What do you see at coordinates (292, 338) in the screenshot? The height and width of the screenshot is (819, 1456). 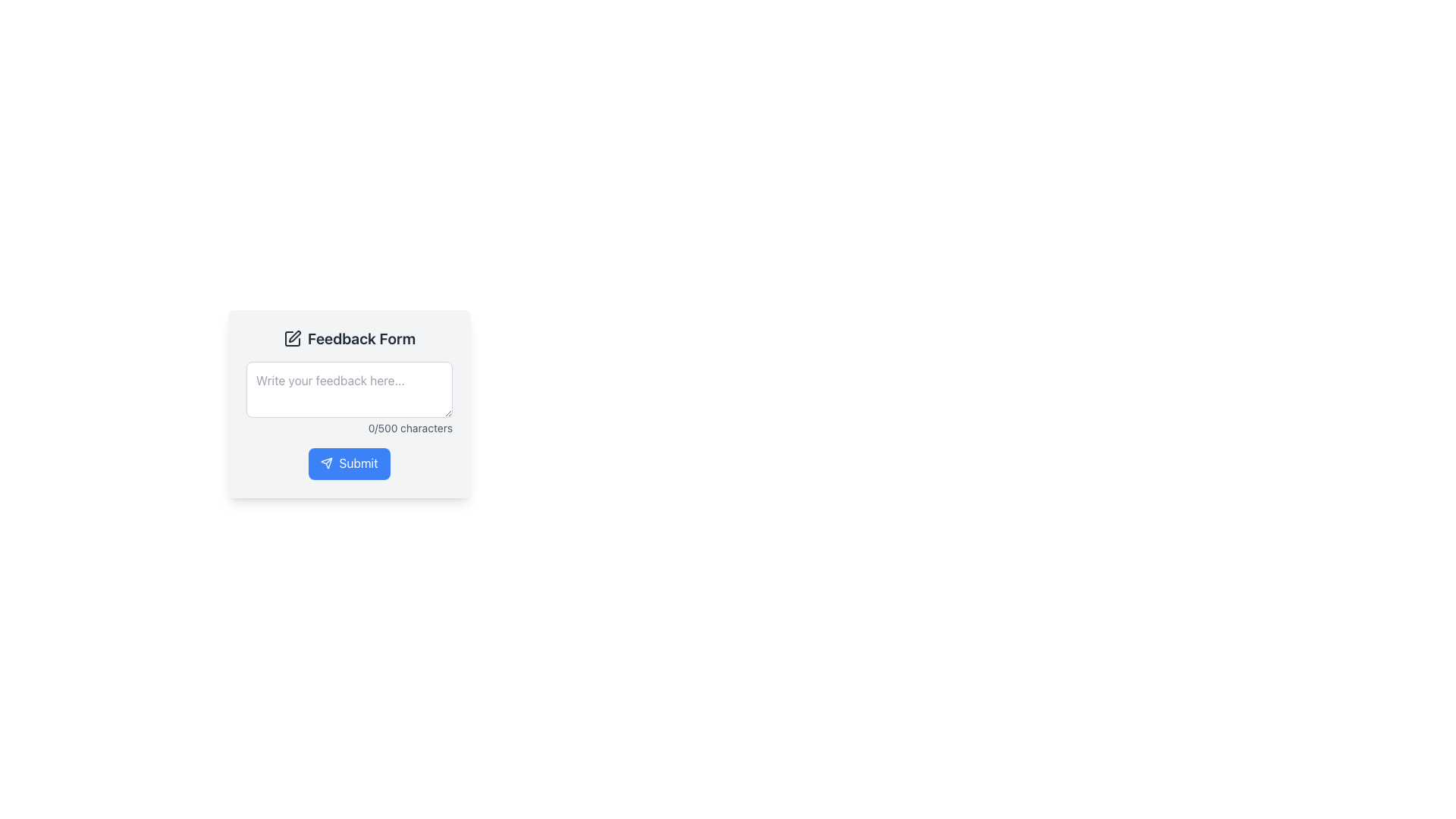 I see `the pen icon with a square outline that is located to the left of the 'Feedback Form' text, which is the first visible element in the top portion of the interface` at bounding box center [292, 338].